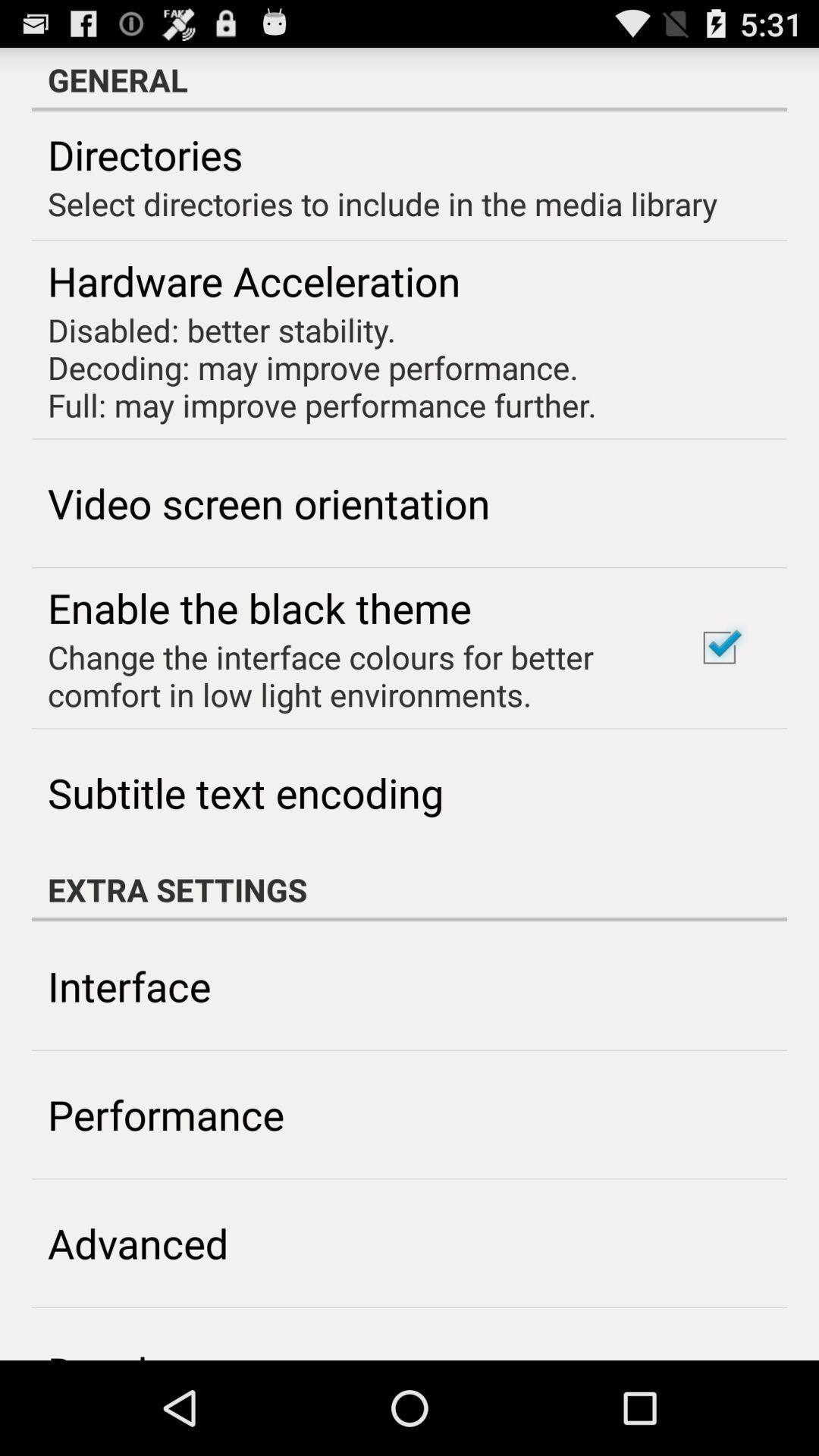 The width and height of the screenshot is (819, 1456). Describe the element at coordinates (718, 648) in the screenshot. I see `item on the right` at that location.